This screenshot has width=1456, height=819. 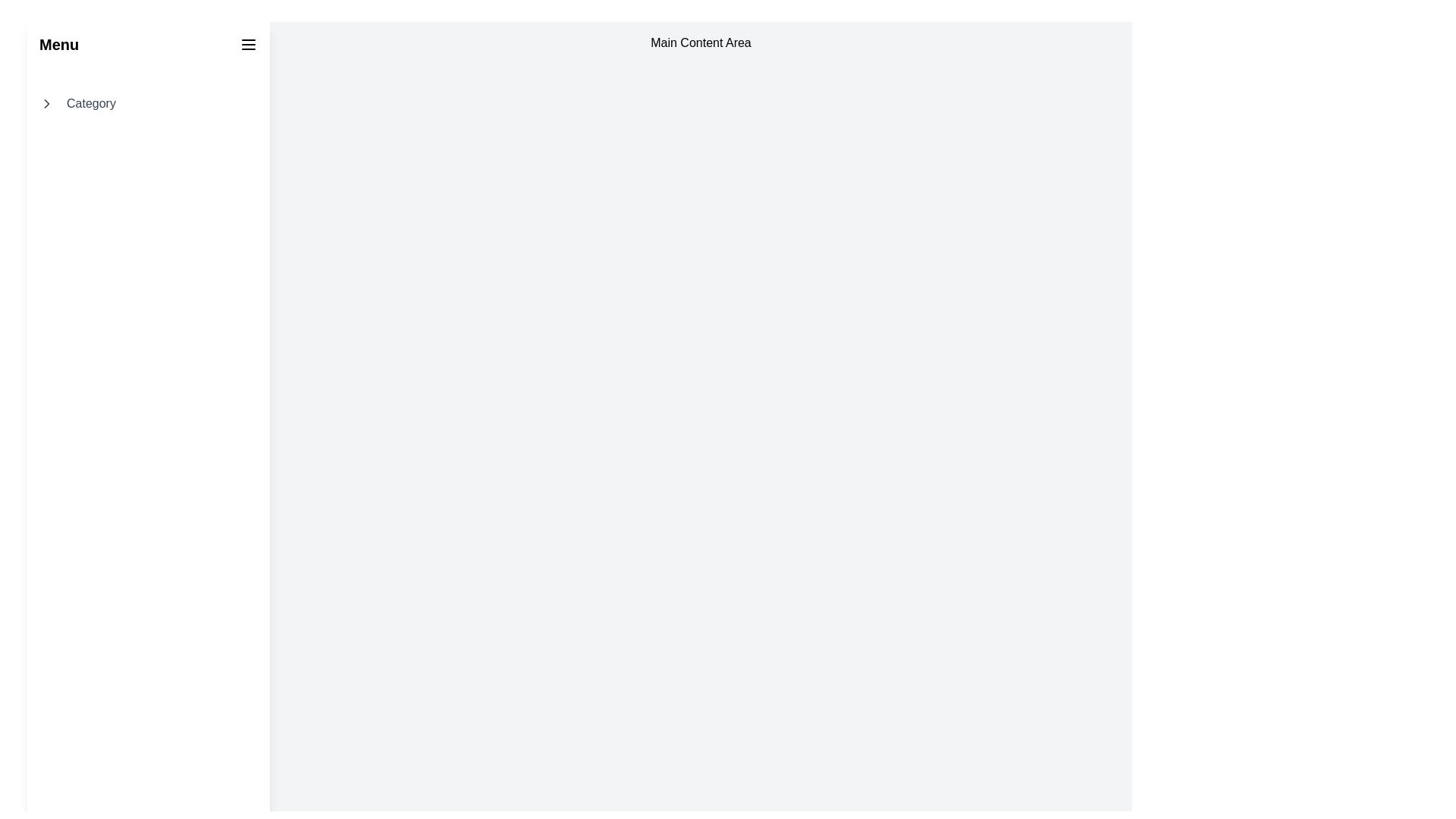 What do you see at coordinates (47, 103) in the screenshot?
I see `the navigation icon located to the left of the text 'Category' in the navigation row below the 'Menu' header` at bounding box center [47, 103].